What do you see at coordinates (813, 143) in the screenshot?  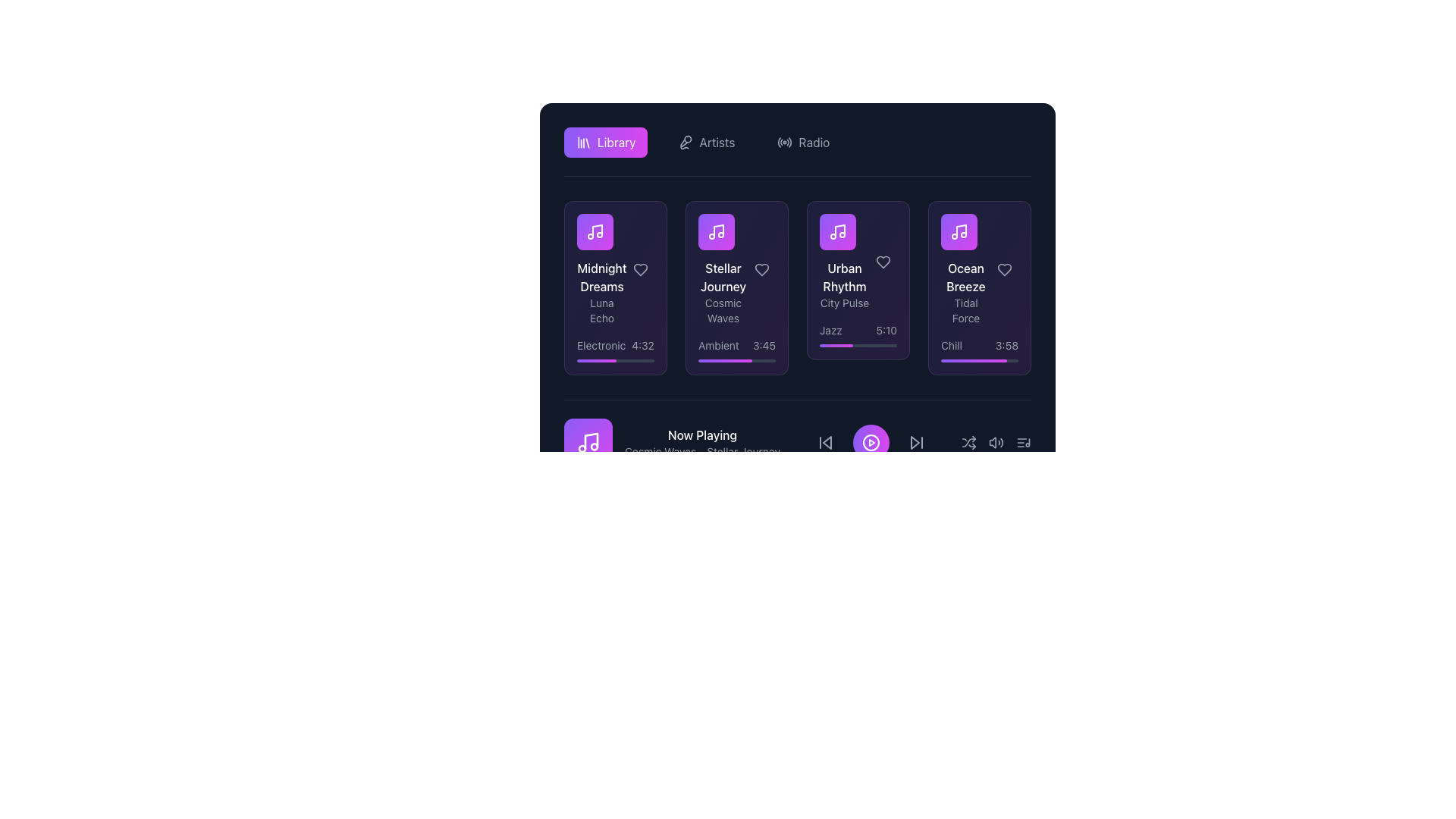 I see `the navigational text label 'Radio' in the top navigation bar, which serves as a button for accessing radio functionality` at bounding box center [813, 143].